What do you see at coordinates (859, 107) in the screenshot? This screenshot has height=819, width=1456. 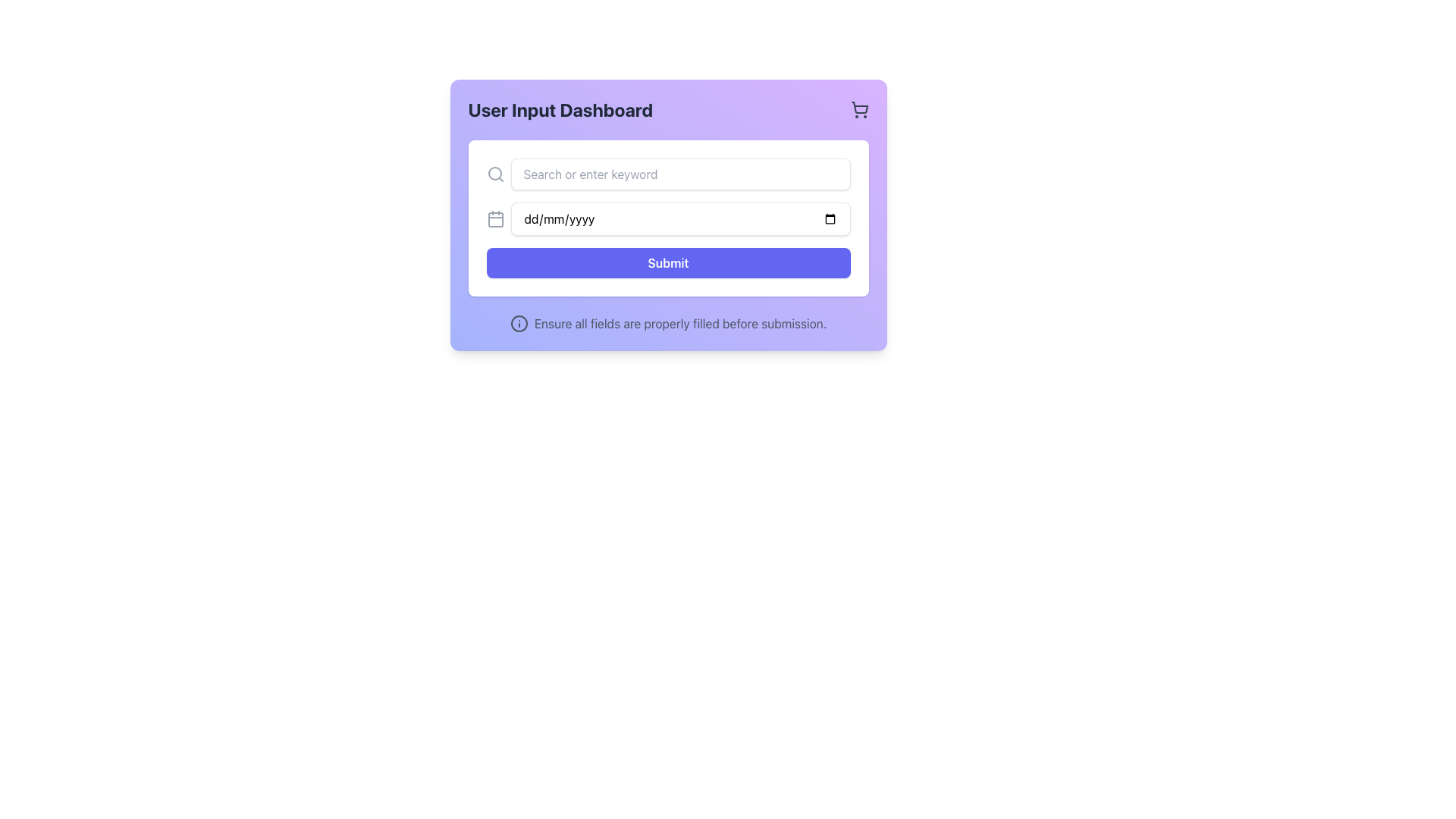 I see `the shopping cart icon's handle located in the top-right corner of the dashboard interface` at bounding box center [859, 107].